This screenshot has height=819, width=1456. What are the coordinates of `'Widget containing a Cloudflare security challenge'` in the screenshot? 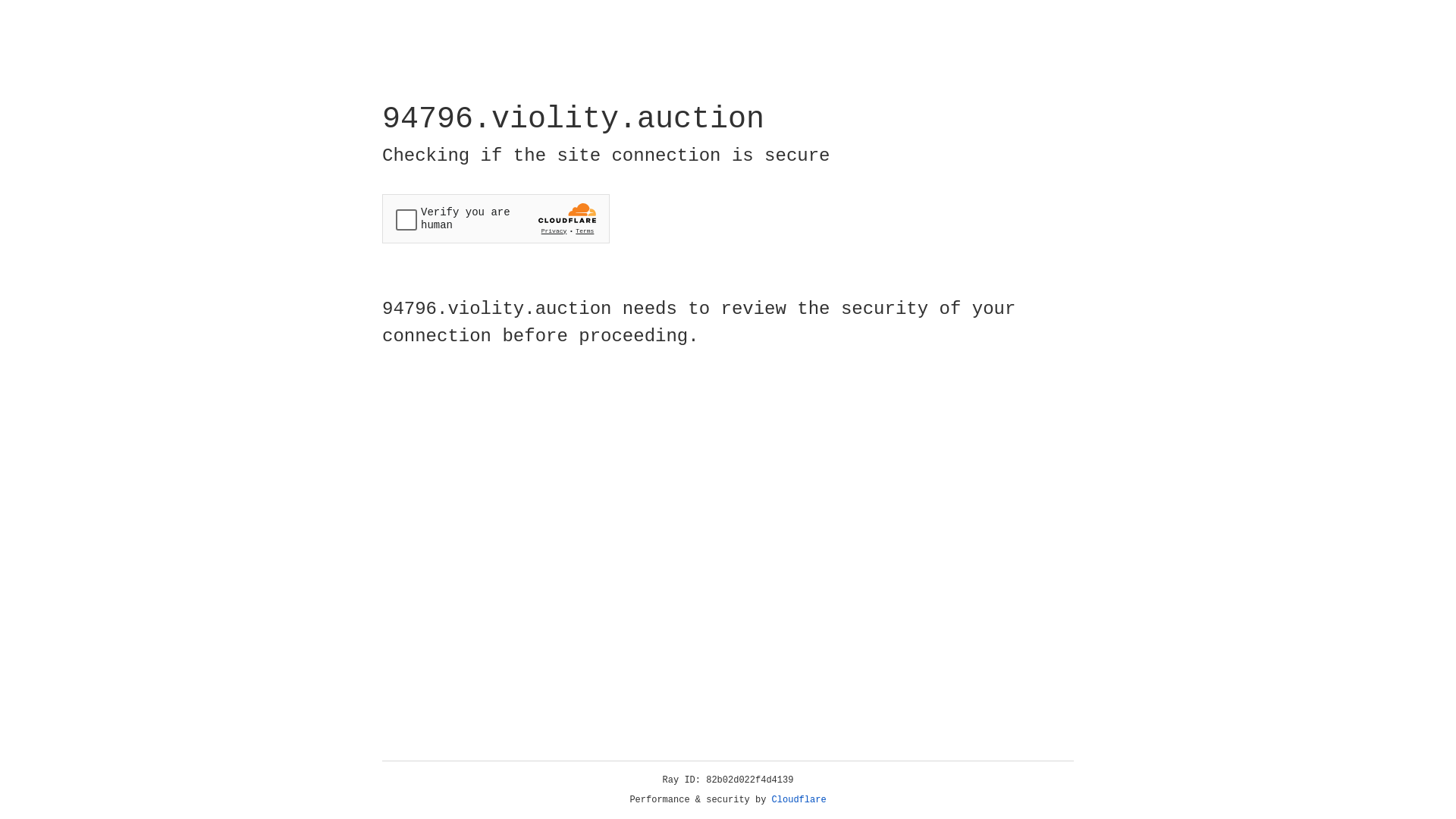 It's located at (495, 218).